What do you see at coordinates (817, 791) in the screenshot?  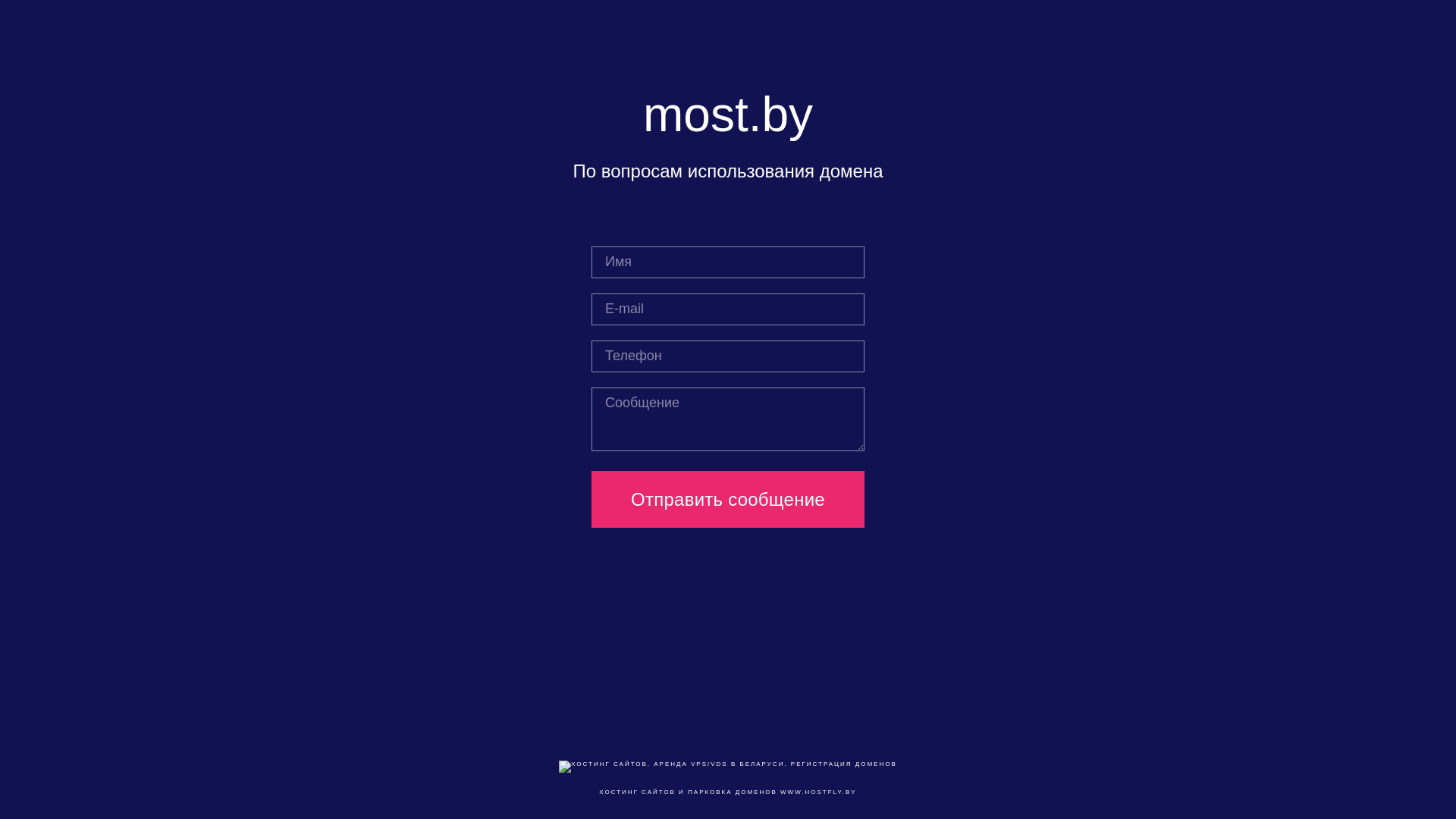 I see `'WWW.HOSTFLY.BY'` at bounding box center [817, 791].